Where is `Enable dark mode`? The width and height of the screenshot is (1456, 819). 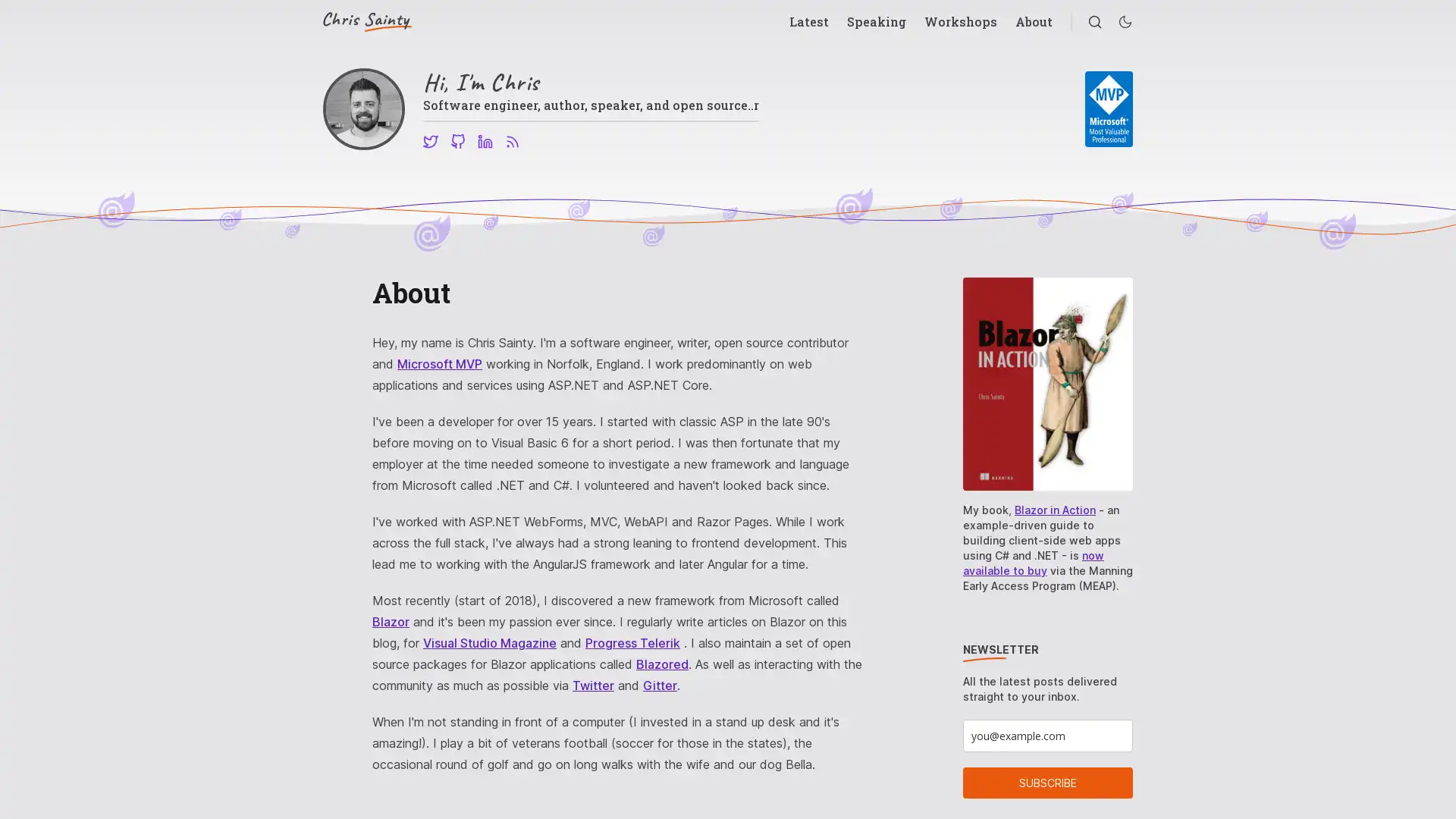
Enable dark mode is located at coordinates (1125, 22).